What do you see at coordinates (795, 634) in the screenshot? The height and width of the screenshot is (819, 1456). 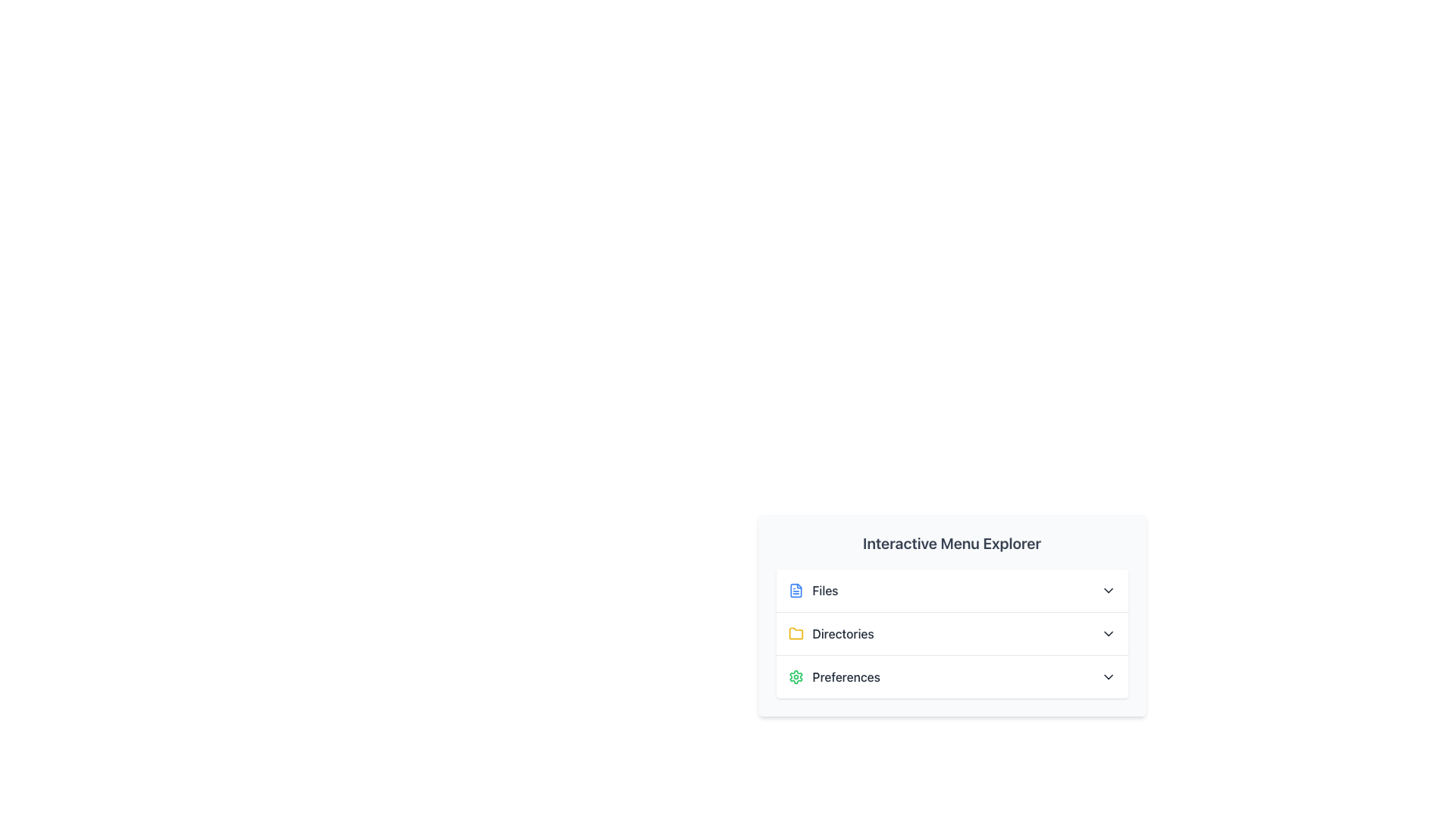 I see `the small yellow folder icon located to the left of the 'Directories' label in the bottom-right menu interface` at bounding box center [795, 634].